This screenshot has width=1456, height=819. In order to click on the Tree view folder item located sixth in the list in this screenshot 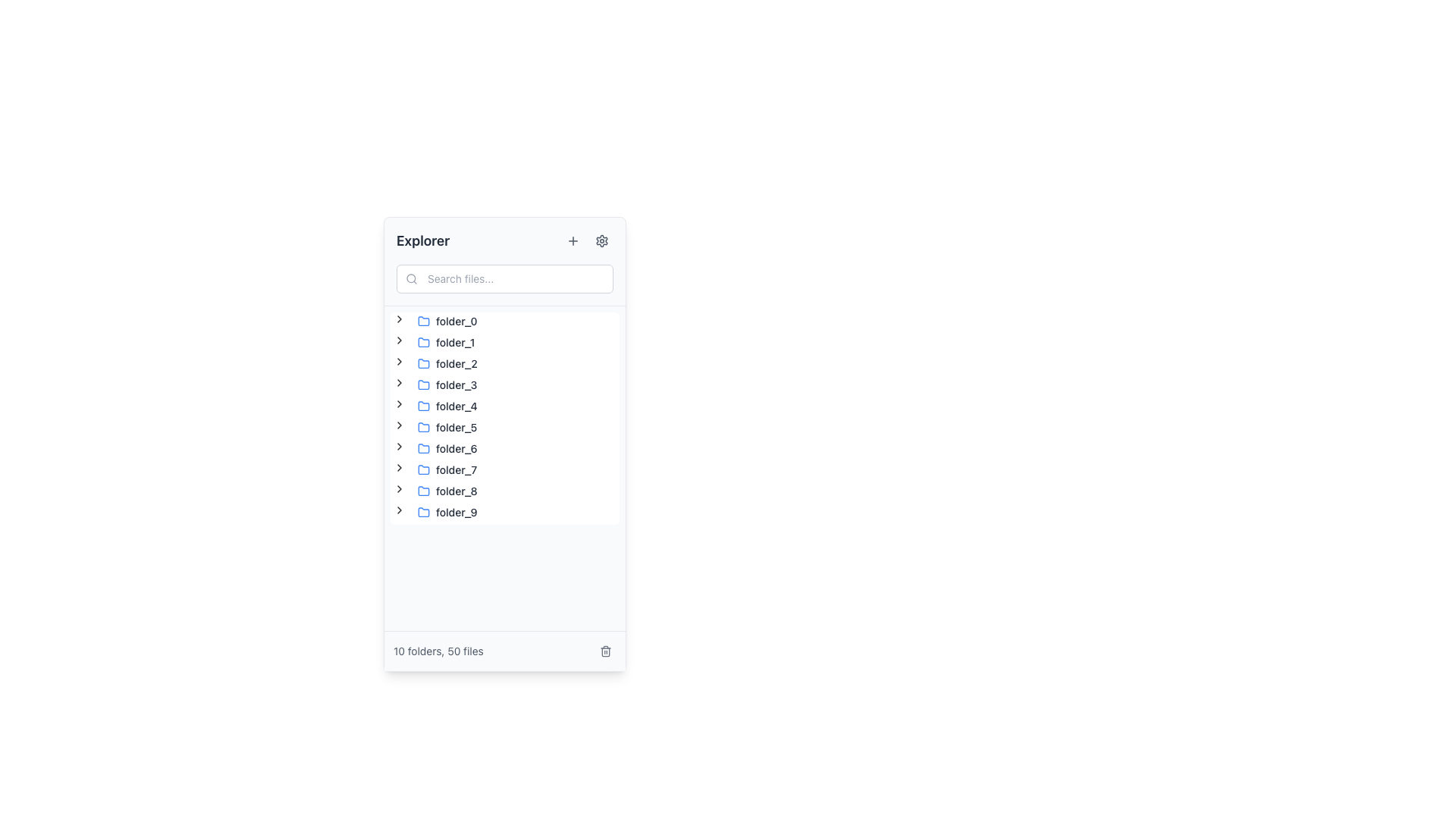, I will do `click(436, 447)`.